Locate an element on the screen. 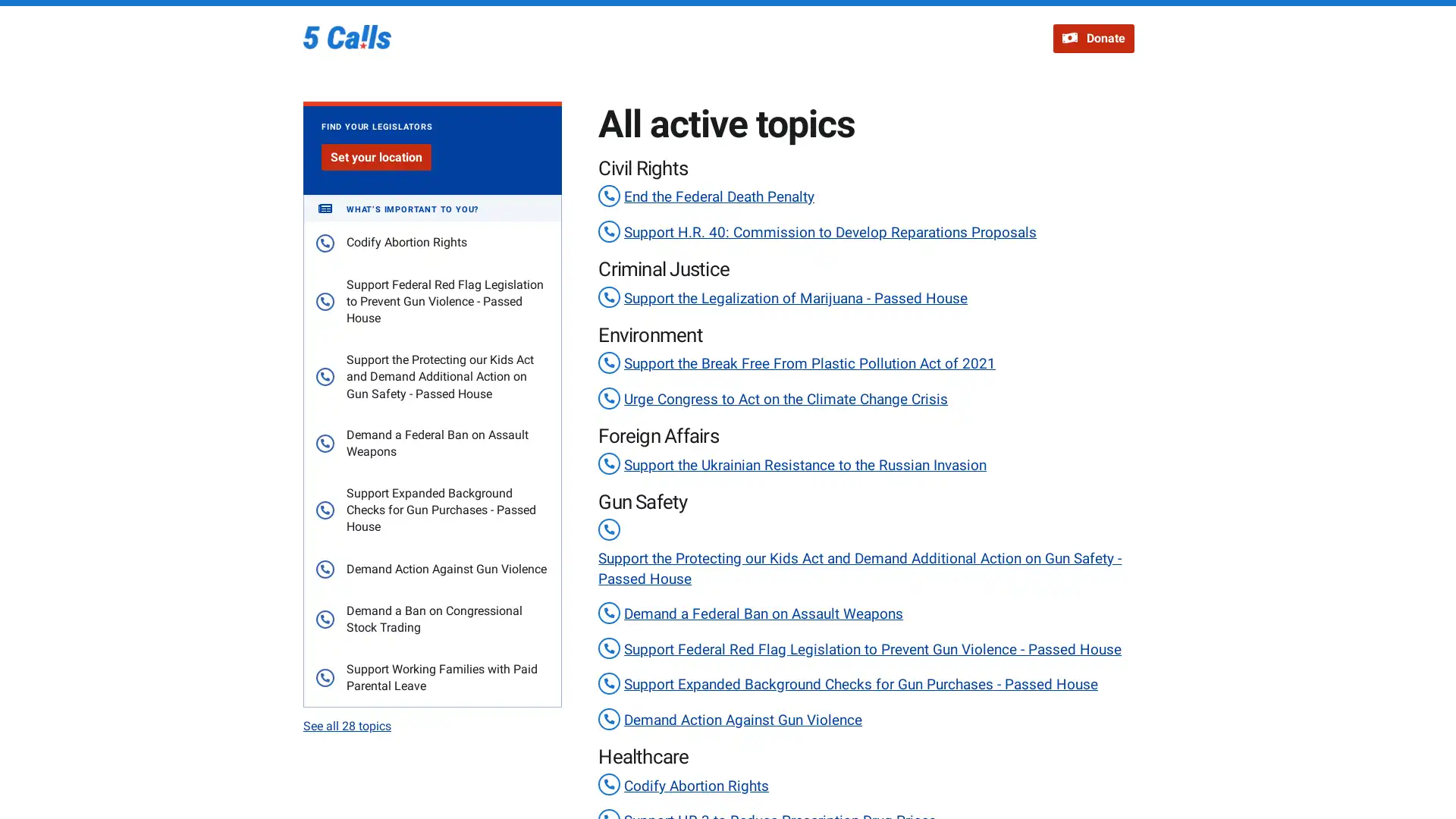  Set your location is located at coordinates (376, 157).